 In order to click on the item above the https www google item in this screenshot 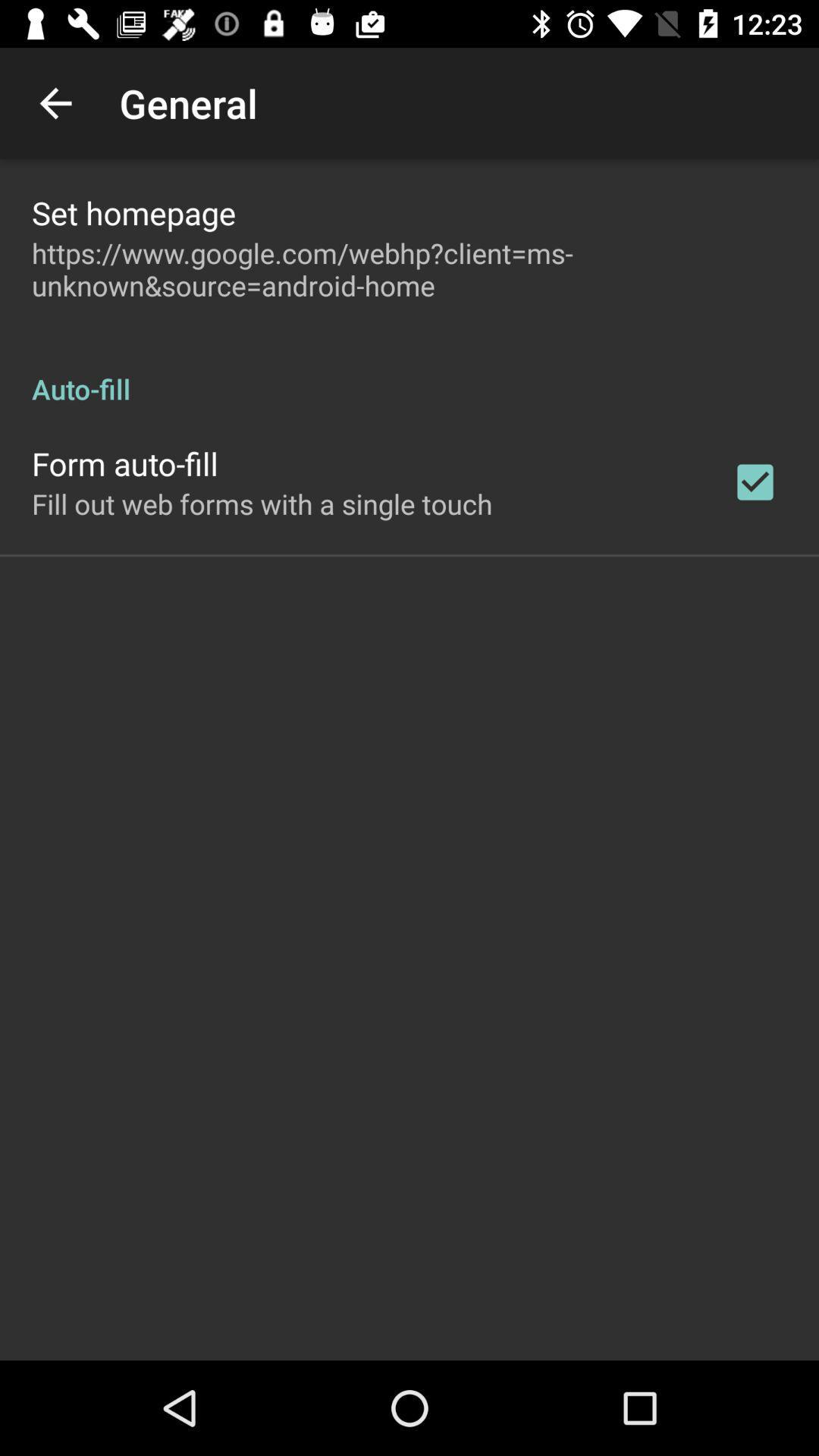, I will do `click(133, 212)`.